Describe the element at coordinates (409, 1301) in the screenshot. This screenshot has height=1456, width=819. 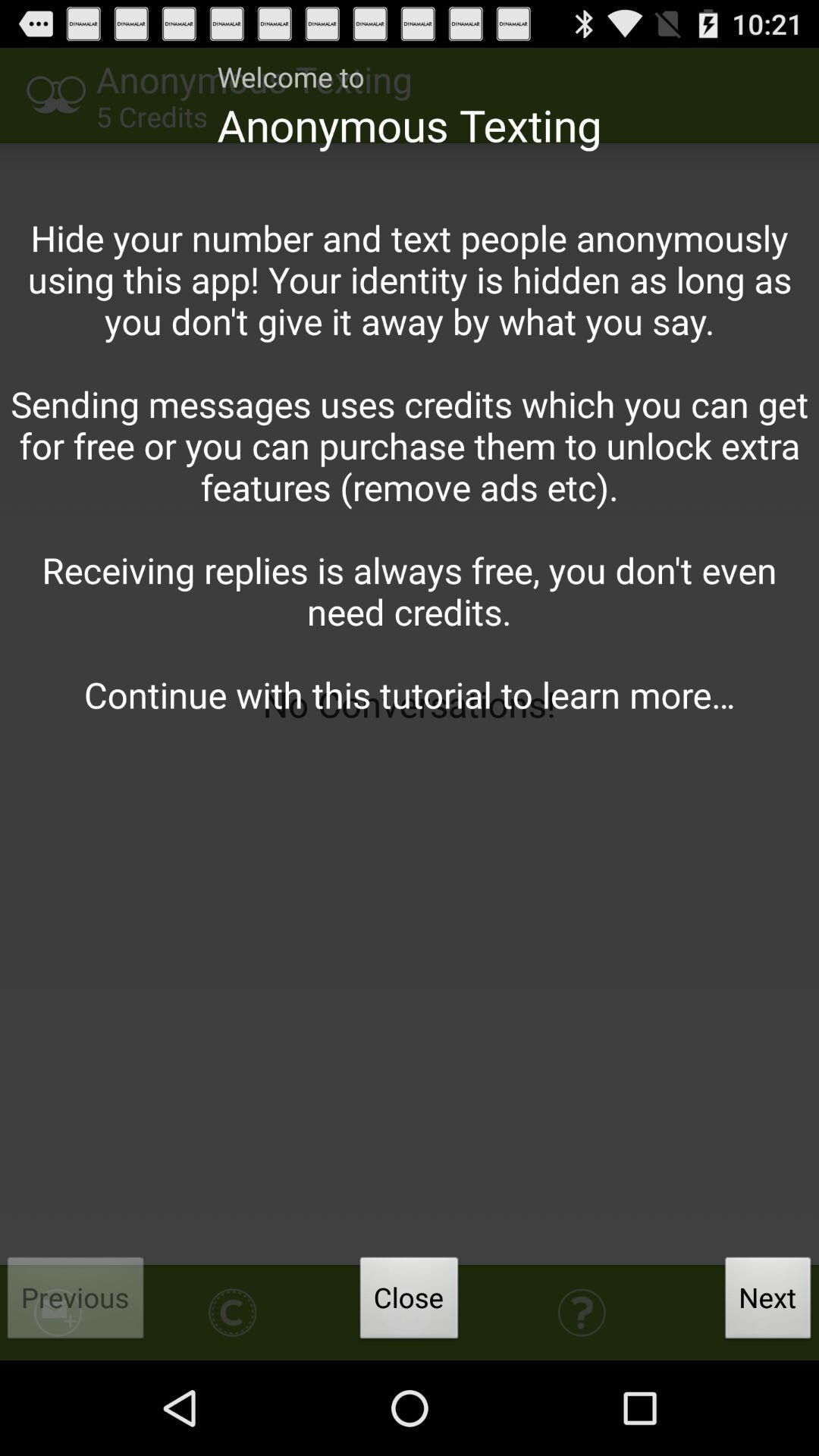
I see `button next to previous item` at that location.